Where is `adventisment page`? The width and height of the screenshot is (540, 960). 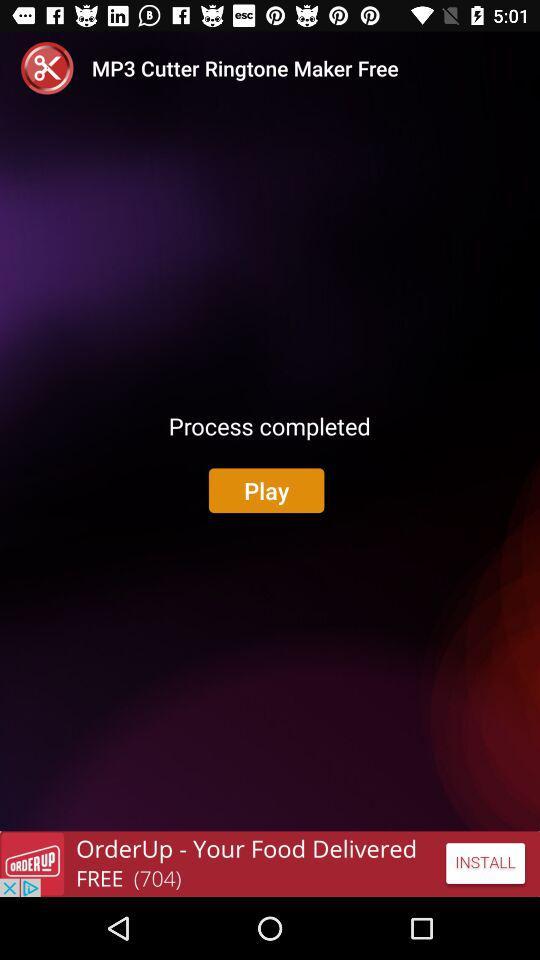 adventisment page is located at coordinates (270, 863).